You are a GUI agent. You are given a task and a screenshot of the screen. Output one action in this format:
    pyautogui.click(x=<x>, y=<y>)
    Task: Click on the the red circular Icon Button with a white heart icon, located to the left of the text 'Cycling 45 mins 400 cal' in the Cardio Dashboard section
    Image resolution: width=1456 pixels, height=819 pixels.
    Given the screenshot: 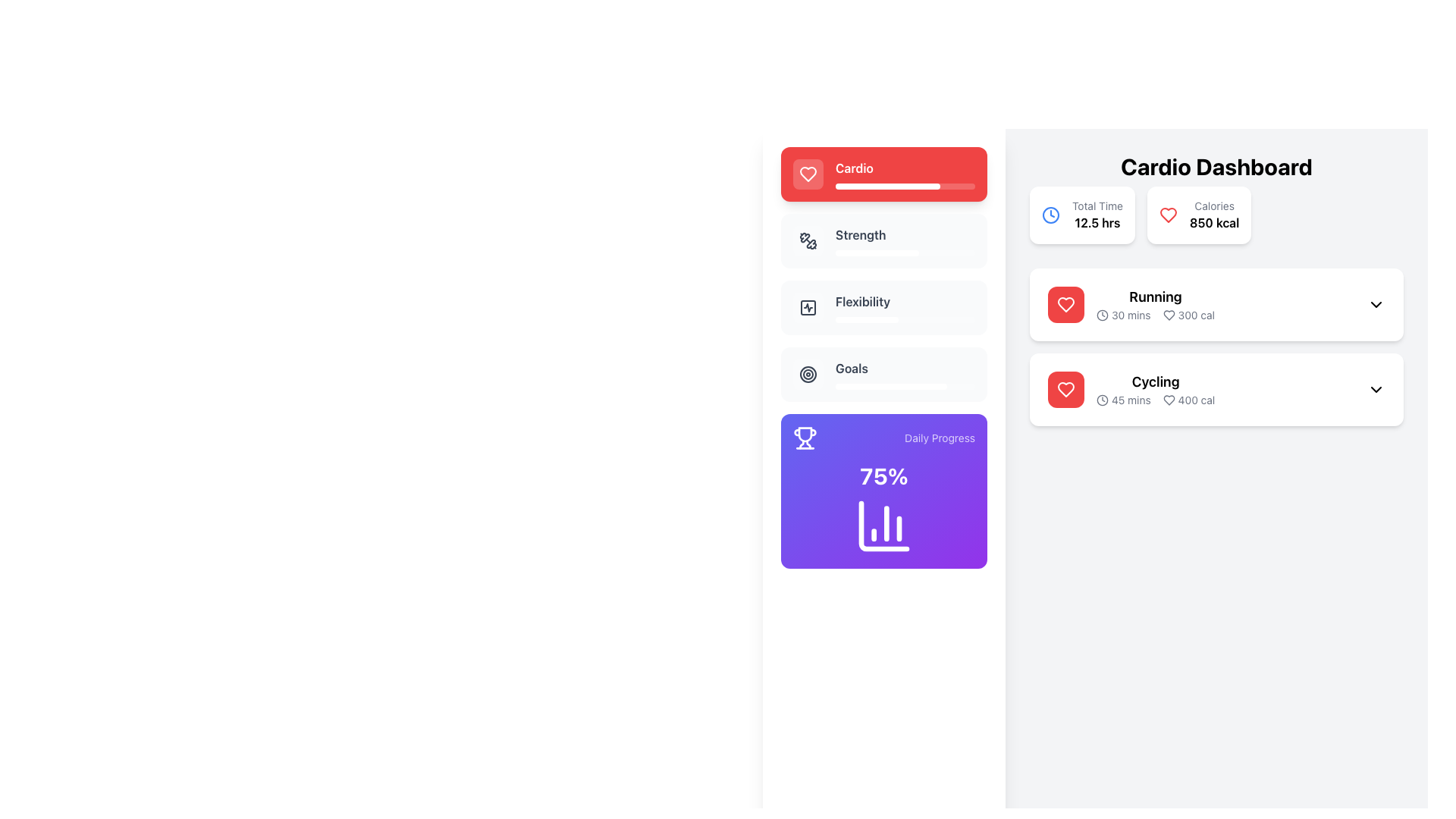 What is the action you would take?
    pyautogui.click(x=1065, y=388)
    